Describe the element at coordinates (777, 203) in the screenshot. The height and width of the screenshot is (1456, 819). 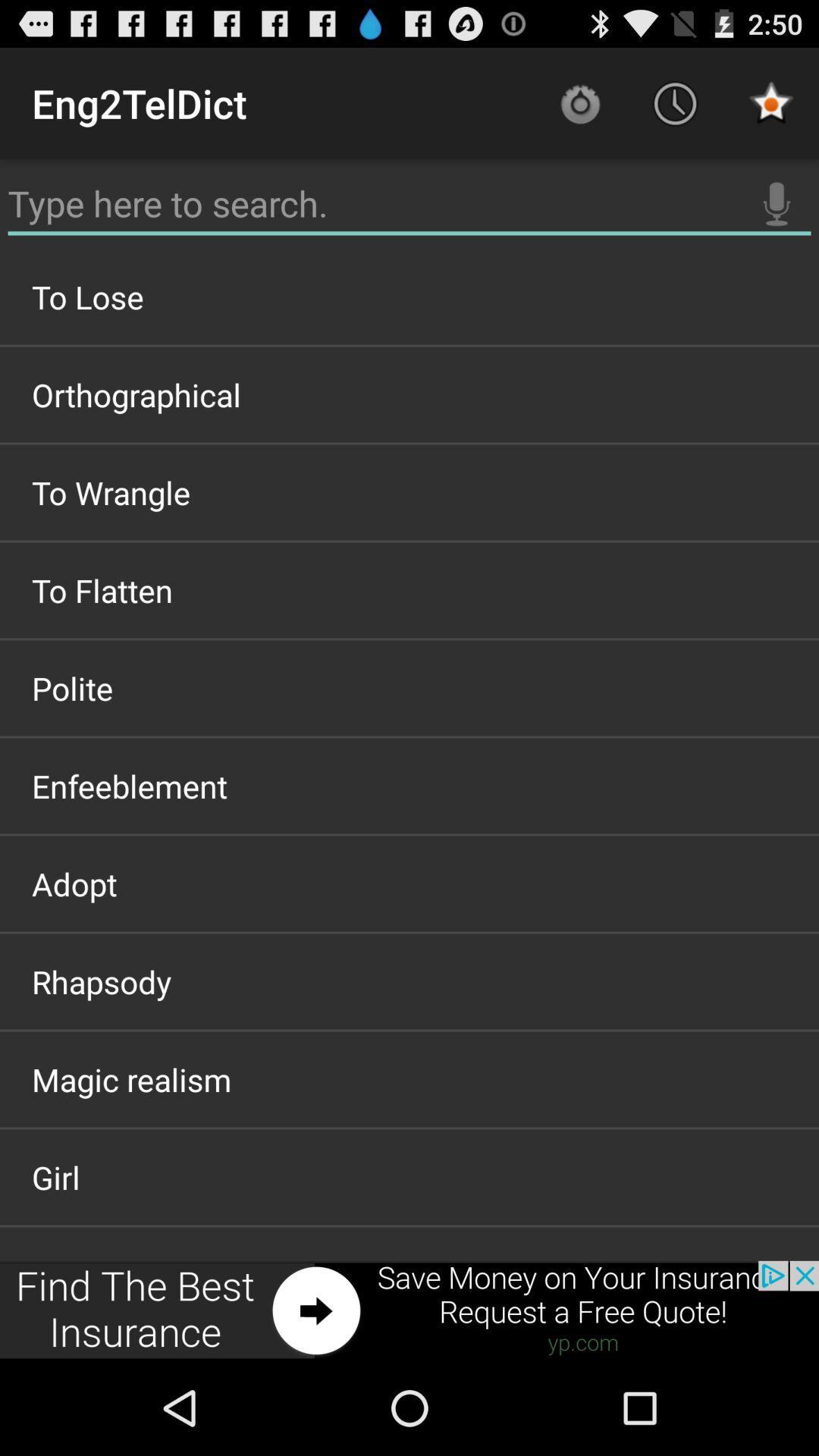
I see `the icon above to lose item` at that location.